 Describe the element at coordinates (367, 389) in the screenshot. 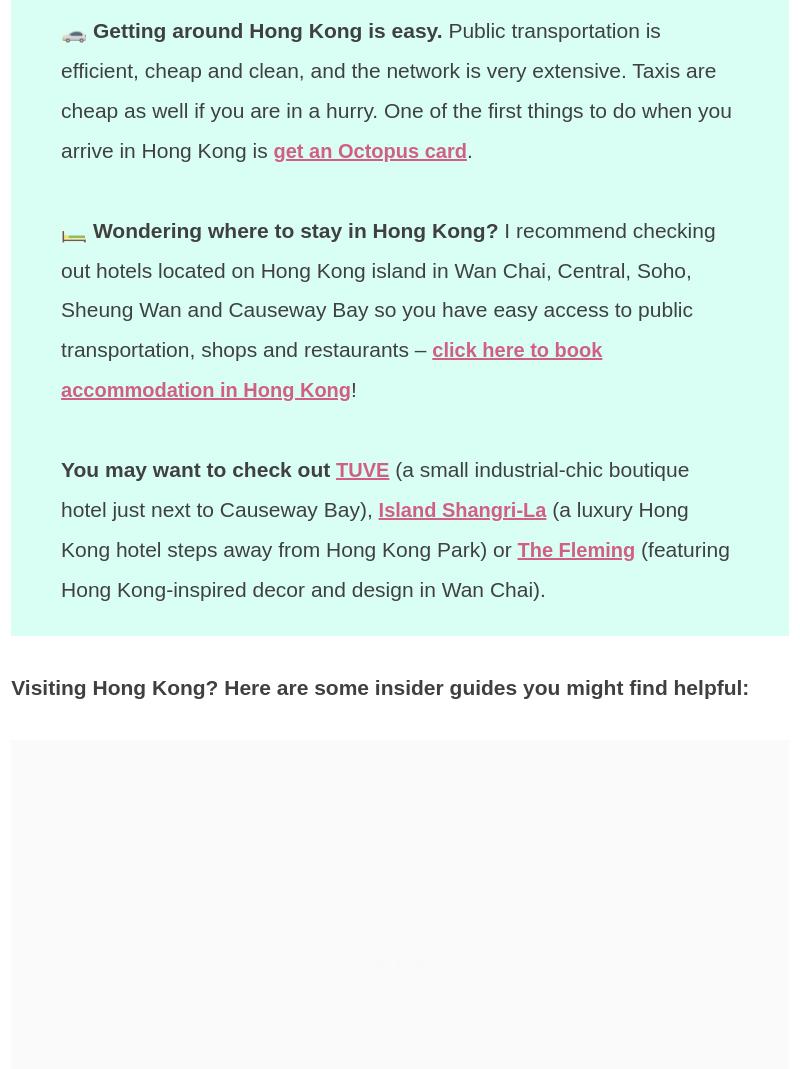

I see `'!'` at that location.